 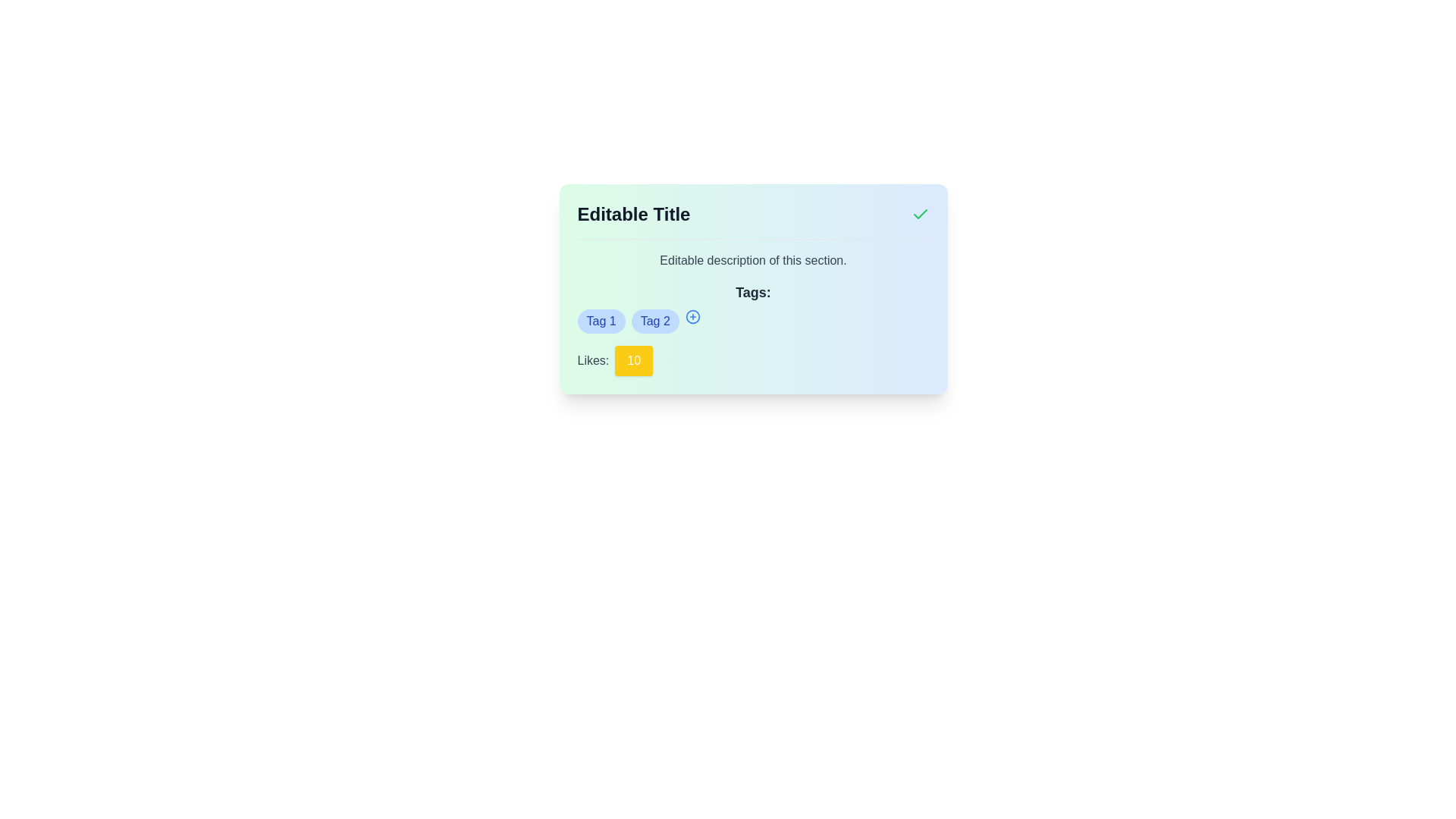 What do you see at coordinates (753, 307) in the screenshot?
I see `the label that serves as a context for the tags section, which is positioned below the description text and above the 'Likes' counter` at bounding box center [753, 307].